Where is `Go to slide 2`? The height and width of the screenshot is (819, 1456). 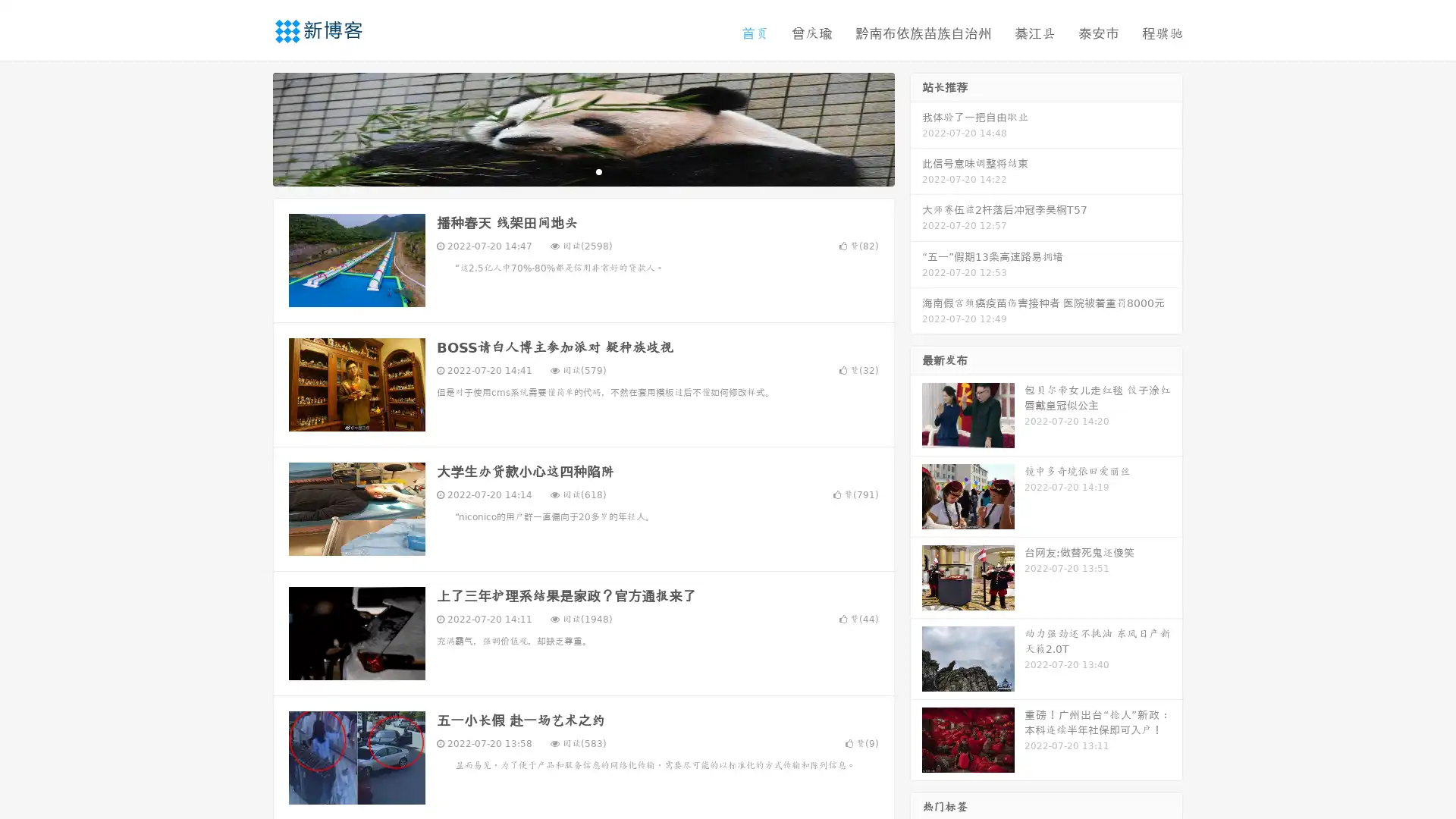
Go to slide 2 is located at coordinates (582, 171).